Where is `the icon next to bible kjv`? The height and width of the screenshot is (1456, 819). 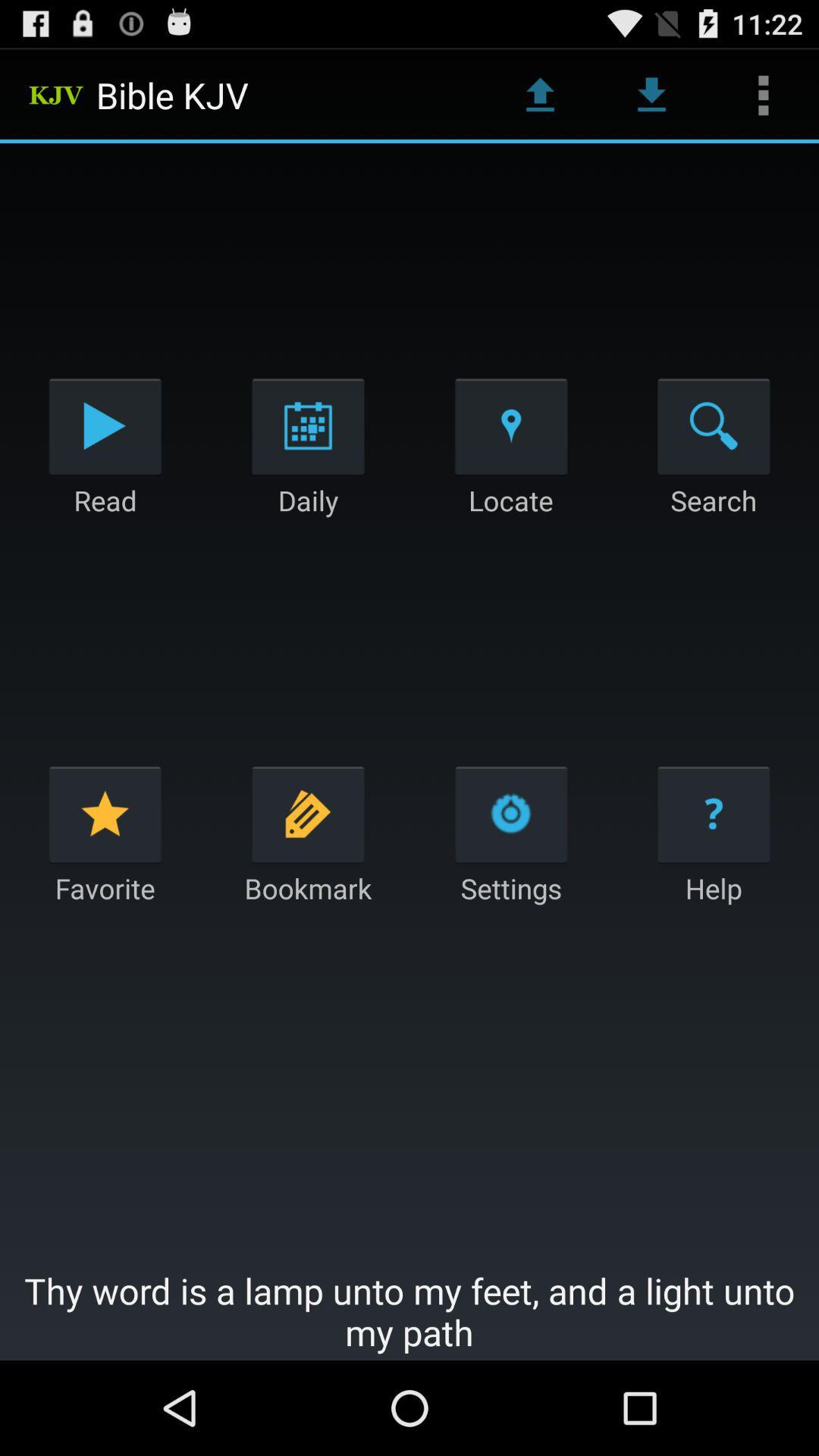 the icon next to bible kjv is located at coordinates (539, 94).